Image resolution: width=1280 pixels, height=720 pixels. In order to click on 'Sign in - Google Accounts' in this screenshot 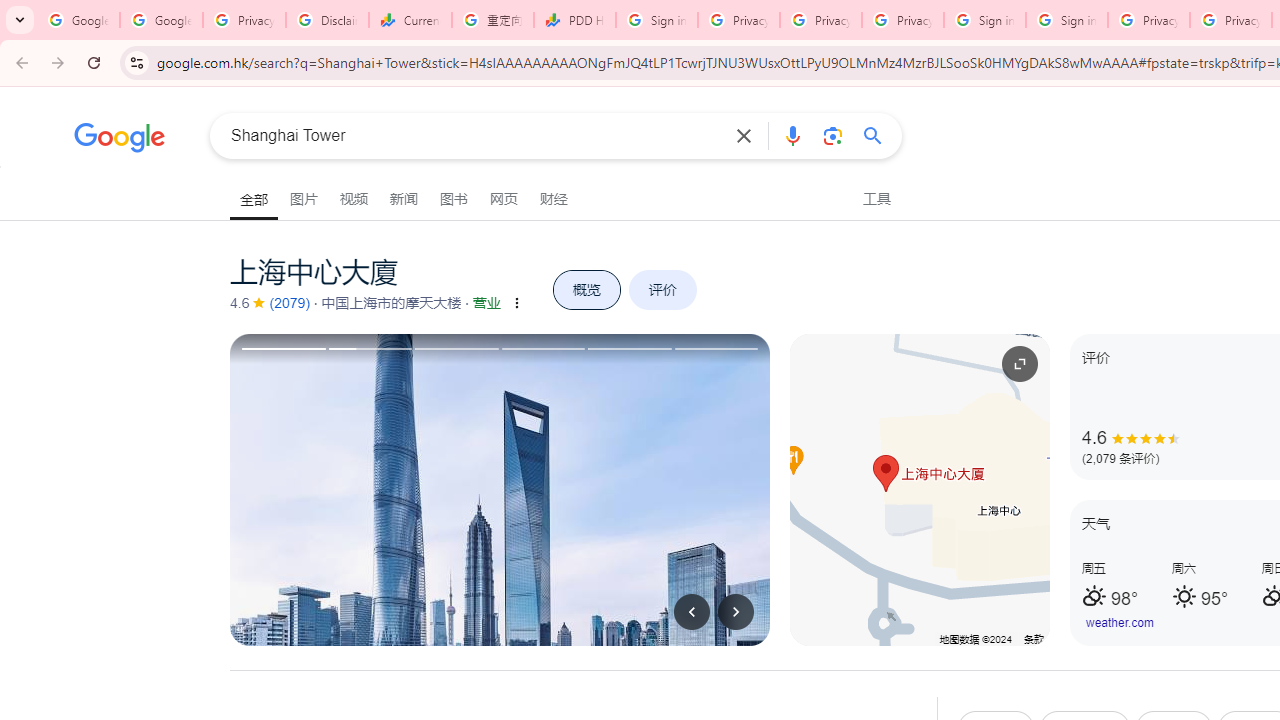, I will do `click(1066, 20)`.